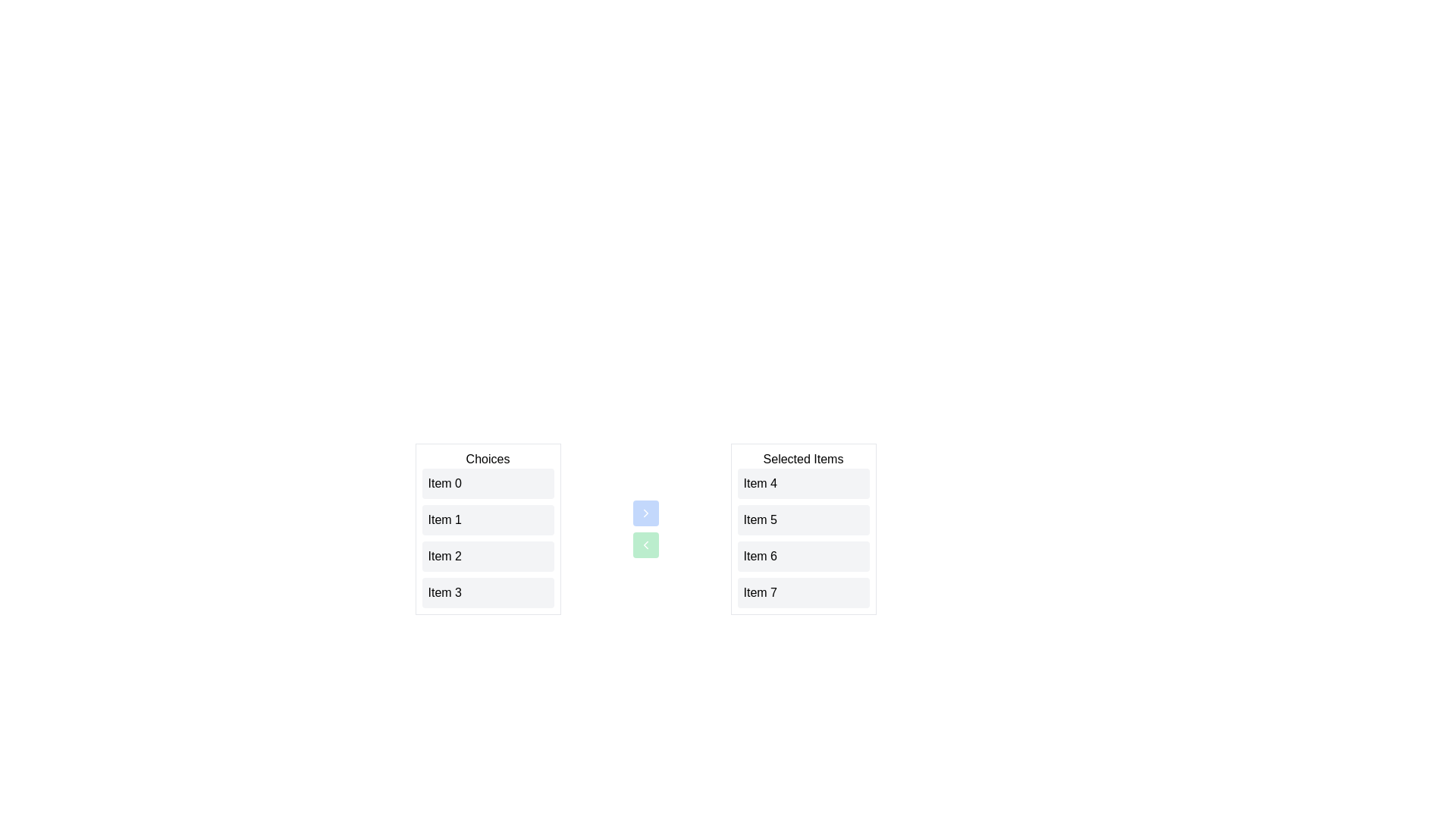 The image size is (1456, 819). Describe the element at coordinates (488, 483) in the screenshot. I see `the first item in the list labeled 'Item 0'` at that location.